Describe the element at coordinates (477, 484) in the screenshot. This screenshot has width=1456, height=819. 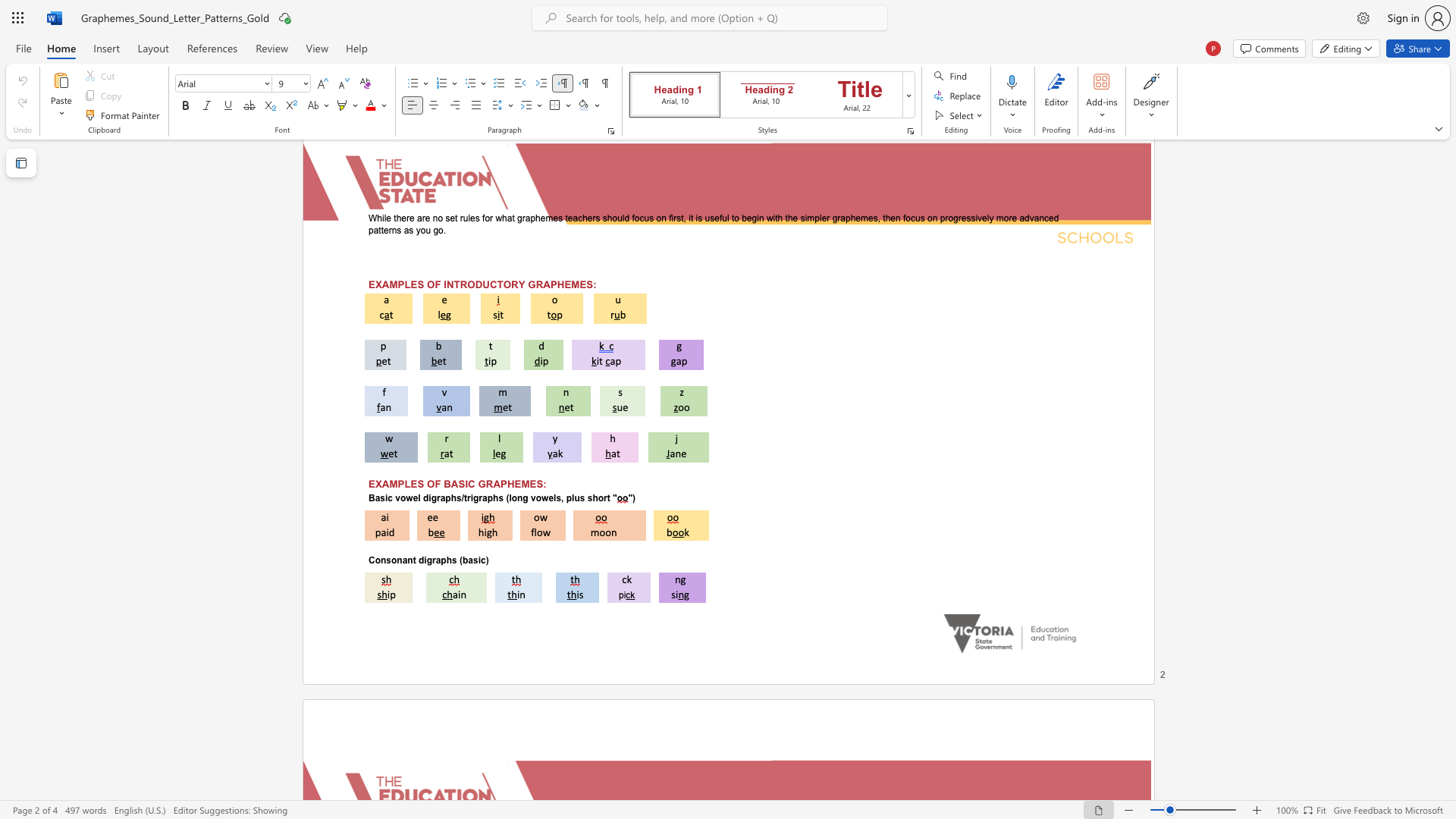
I see `the subset text "GR" within the text "EXAMPLES OF BASIC GRAPHEMES:"` at that location.